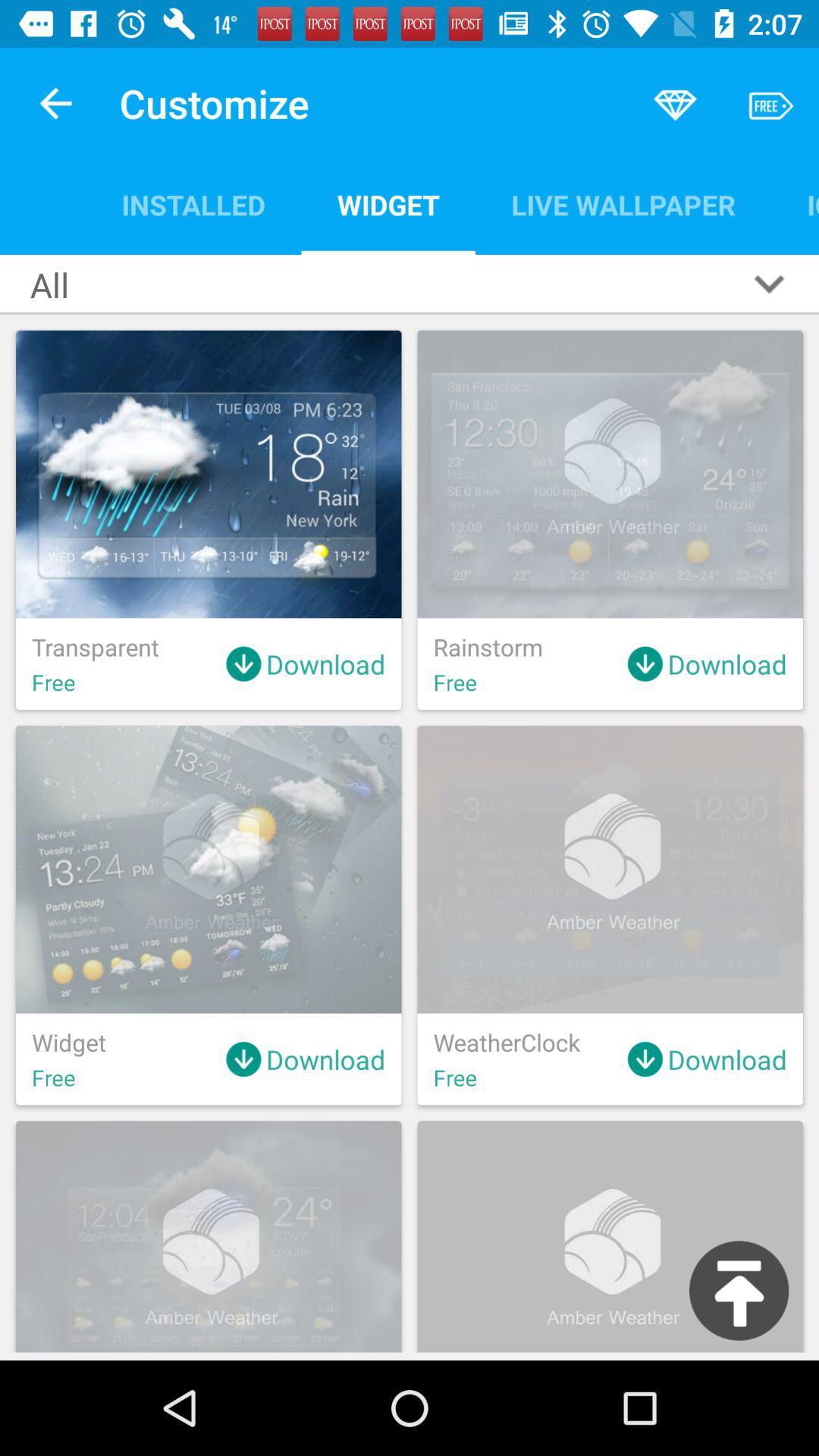 Image resolution: width=819 pixels, height=1456 pixels. I want to click on item next to live wallpaper icon, so click(794, 204).